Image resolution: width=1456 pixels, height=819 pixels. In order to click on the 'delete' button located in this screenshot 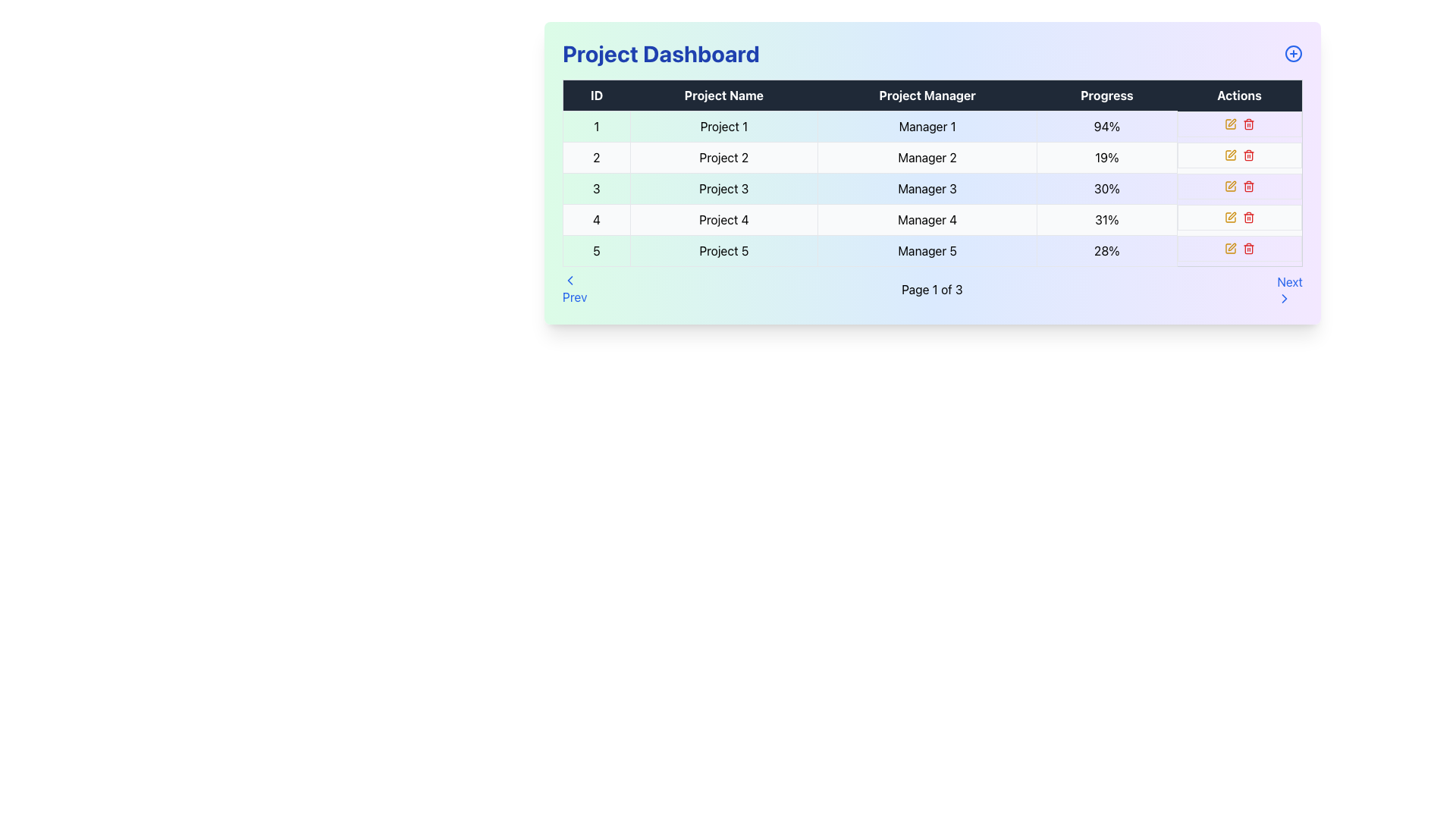, I will do `click(1248, 247)`.